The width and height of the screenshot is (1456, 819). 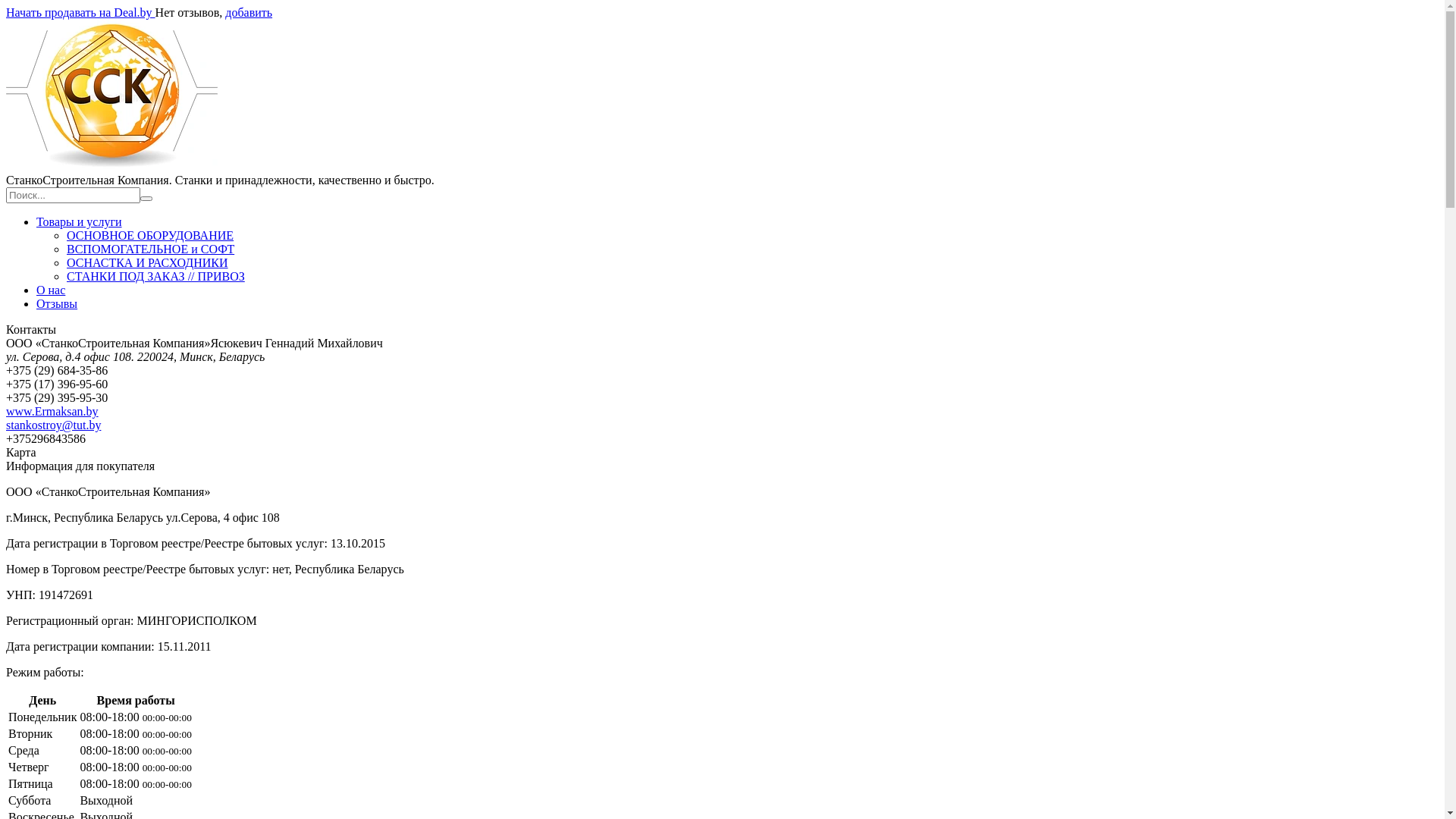 I want to click on 'www.Ermaksan.by', so click(x=52, y=411).